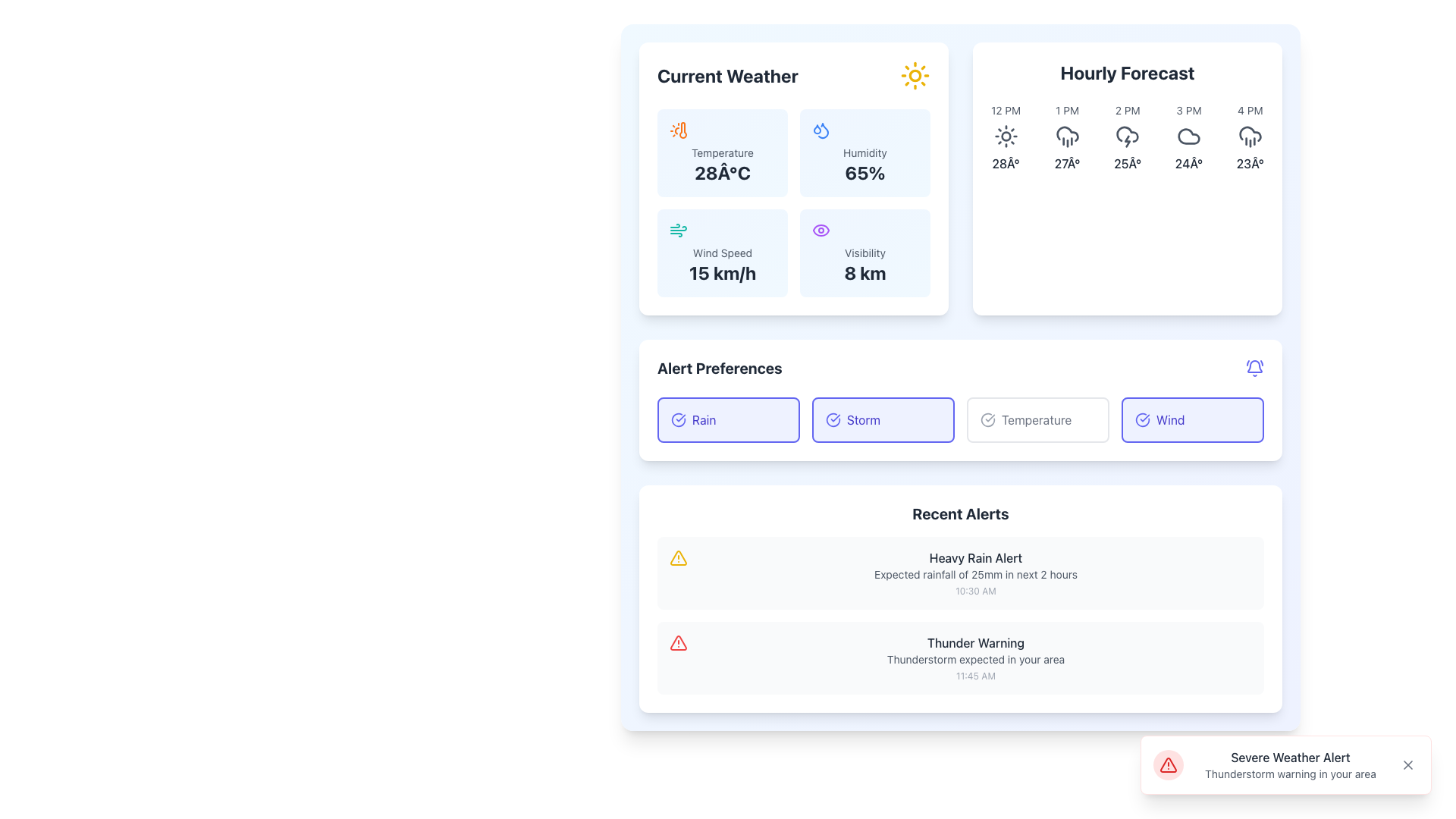 The image size is (1456, 819). Describe the element at coordinates (863, 420) in the screenshot. I see `the 'Storm' alerts text label located to the right of the checked circle icon in the 'Alert Preferences' section` at that location.